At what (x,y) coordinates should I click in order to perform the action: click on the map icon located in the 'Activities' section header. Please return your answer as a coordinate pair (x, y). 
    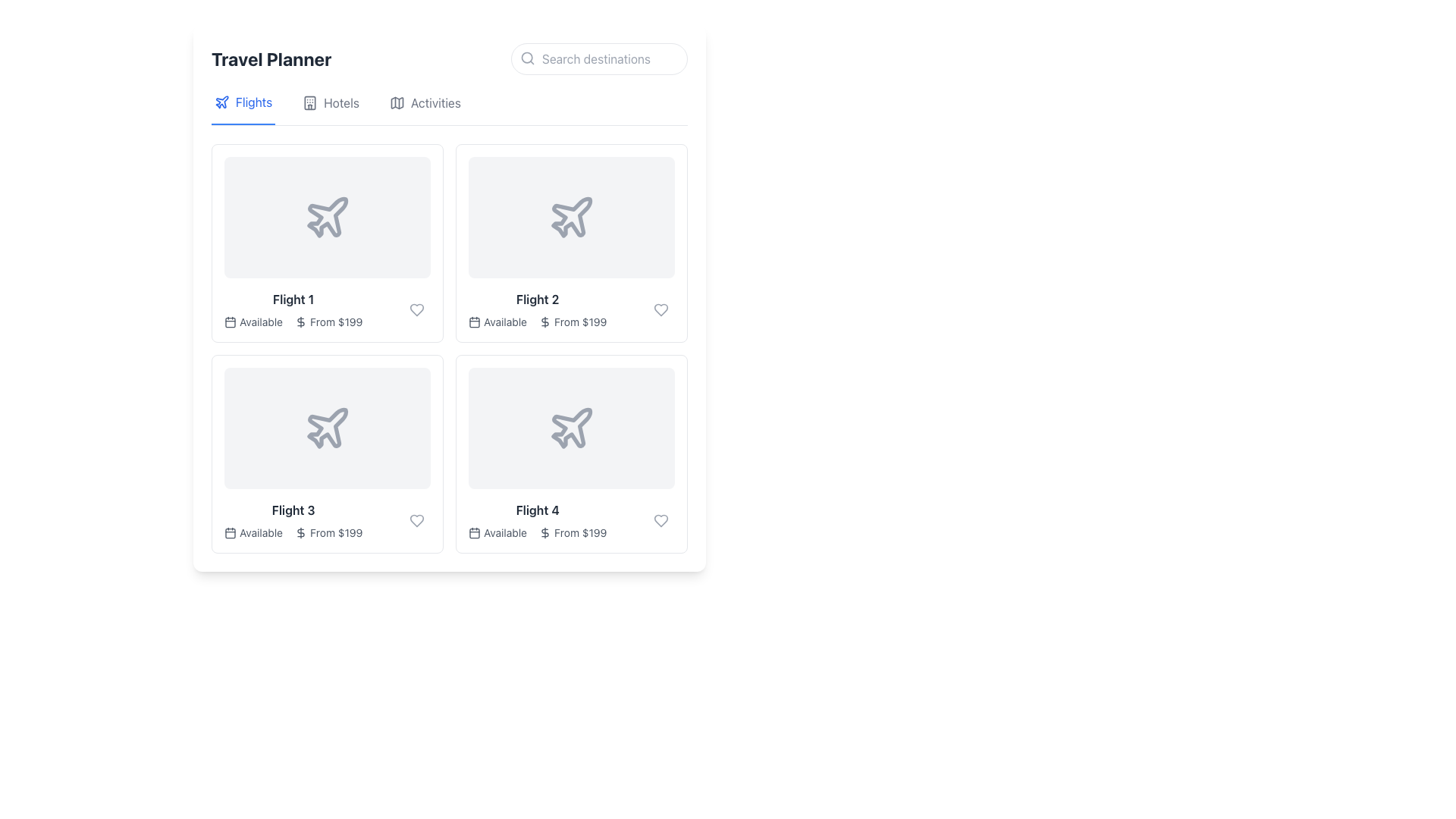
    Looking at the image, I should click on (397, 102).